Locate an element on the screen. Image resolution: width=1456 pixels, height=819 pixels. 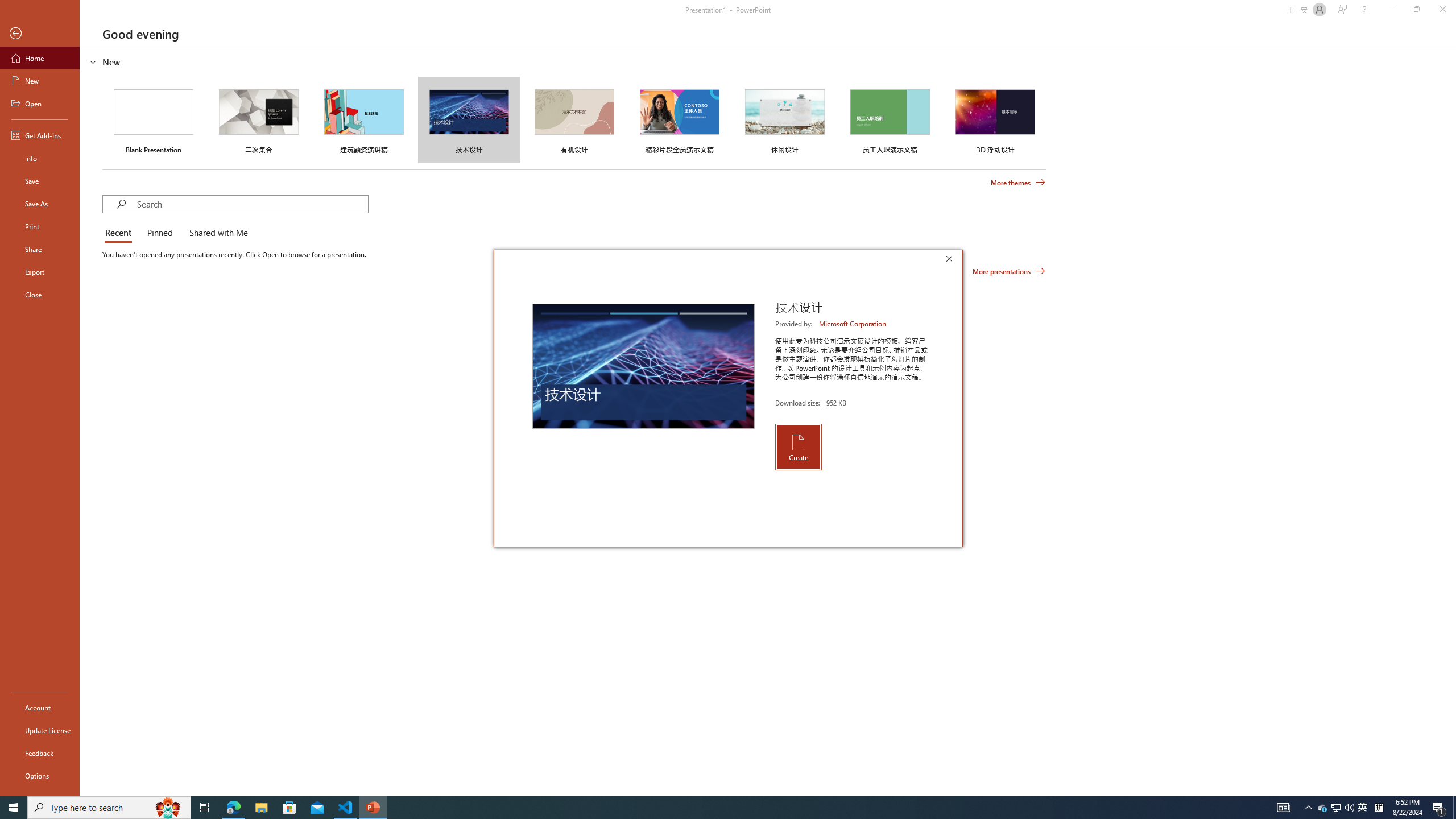
'New' is located at coordinates (39, 80).